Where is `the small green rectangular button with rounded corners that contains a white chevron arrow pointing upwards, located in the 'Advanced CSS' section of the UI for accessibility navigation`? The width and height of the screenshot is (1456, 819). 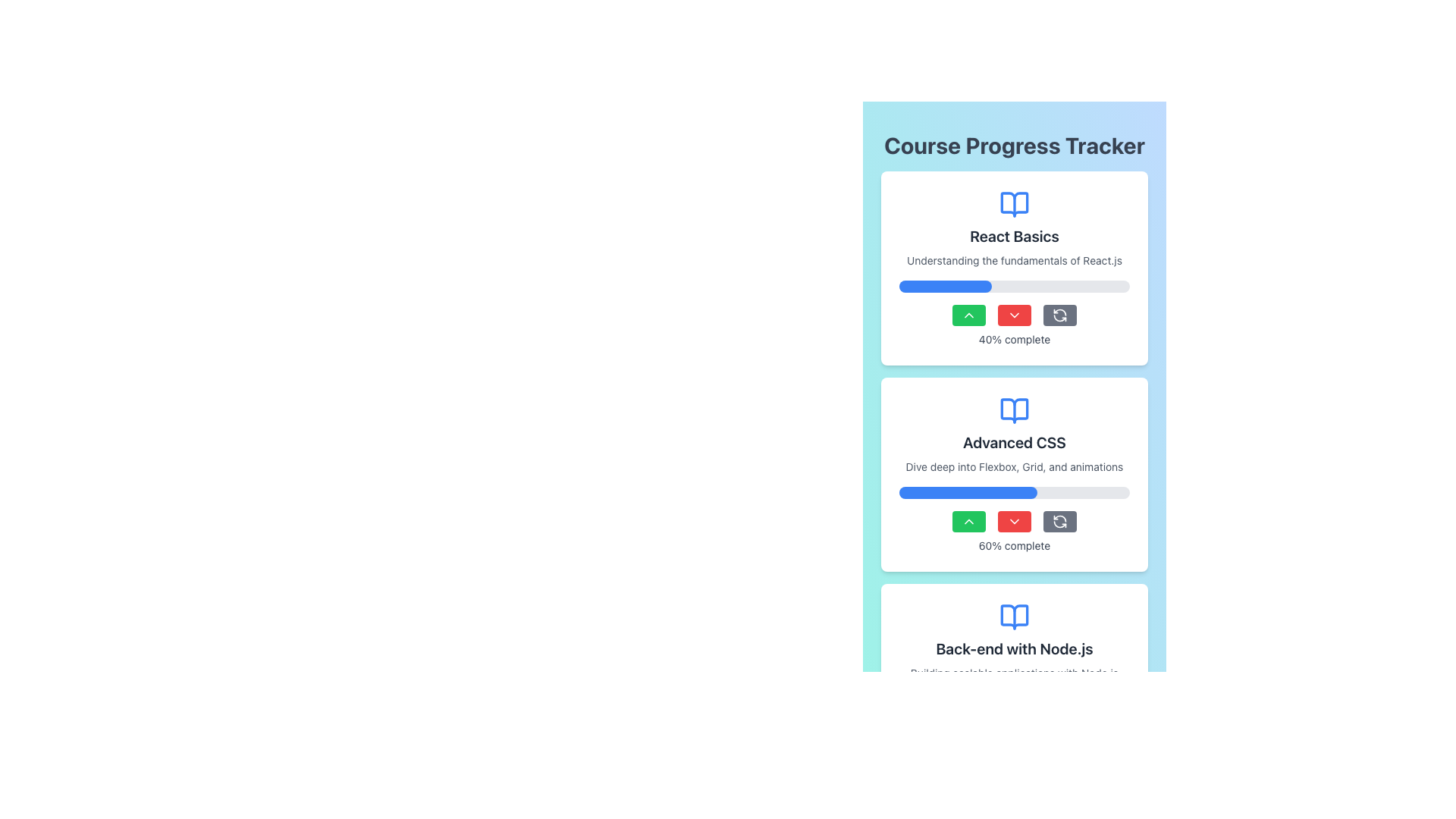 the small green rectangular button with rounded corners that contains a white chevron arrow pointing upwards, located in the 'Advanced CSS' section of the UI for accessibility navigation is located at coordinates (968, 520).